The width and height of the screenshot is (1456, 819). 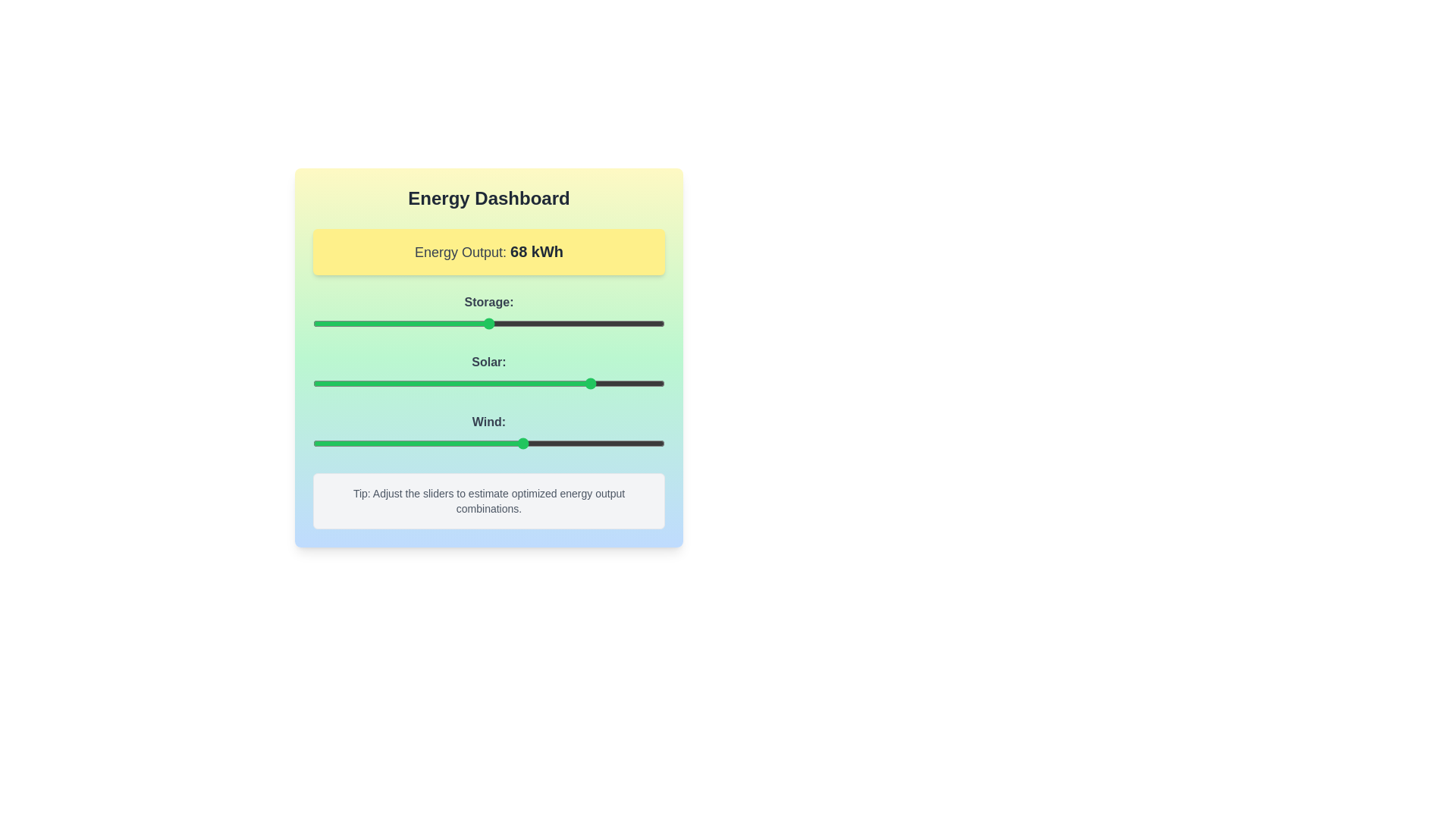 What do you see at coordinates (354, 444) in the screenshot?
I see `the 'Wind' slider to set its value to 12` at bounding box center [354, 444].